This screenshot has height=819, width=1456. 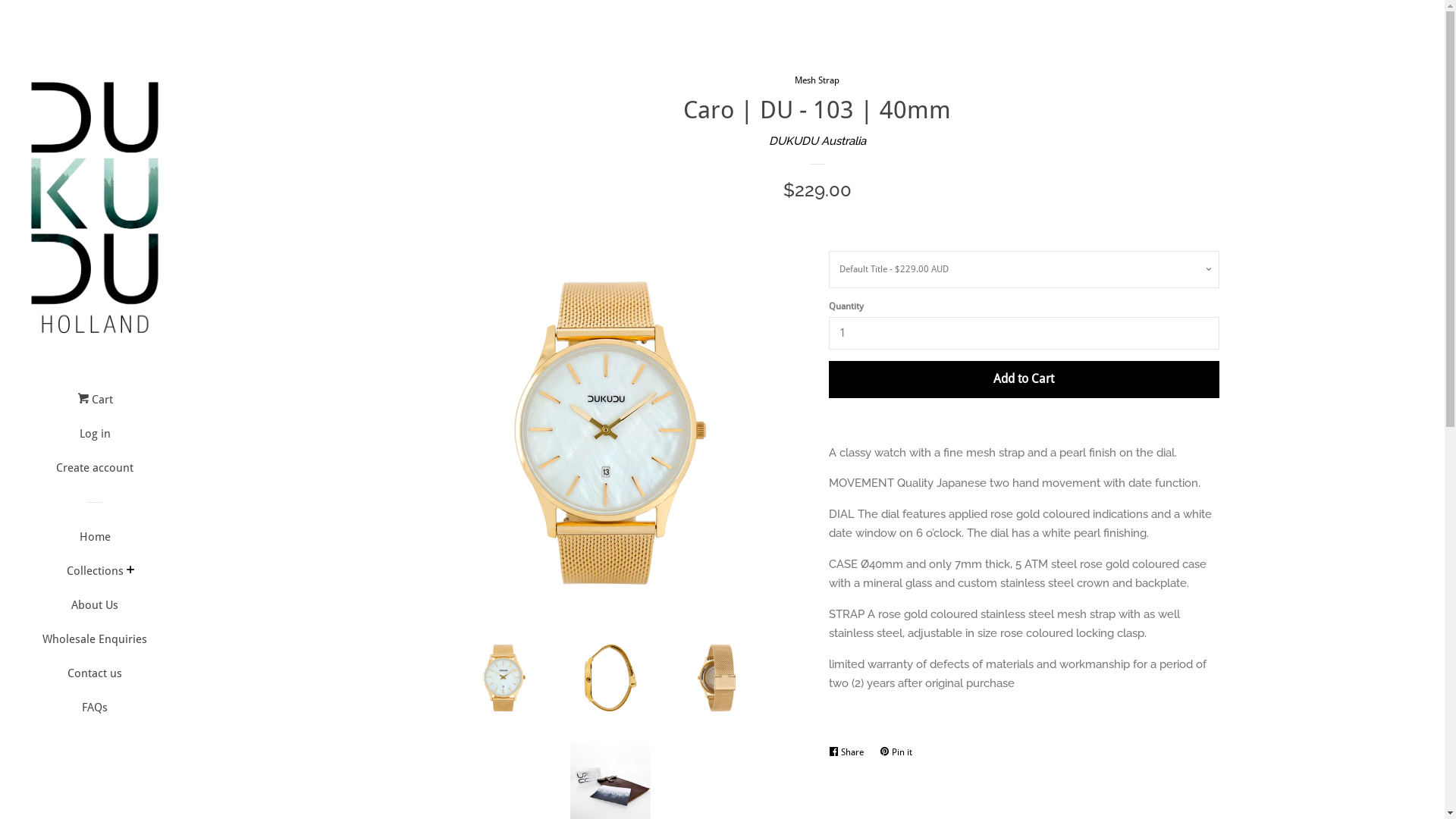 I want to click on 'FAQs', so click(x=33, y=713).